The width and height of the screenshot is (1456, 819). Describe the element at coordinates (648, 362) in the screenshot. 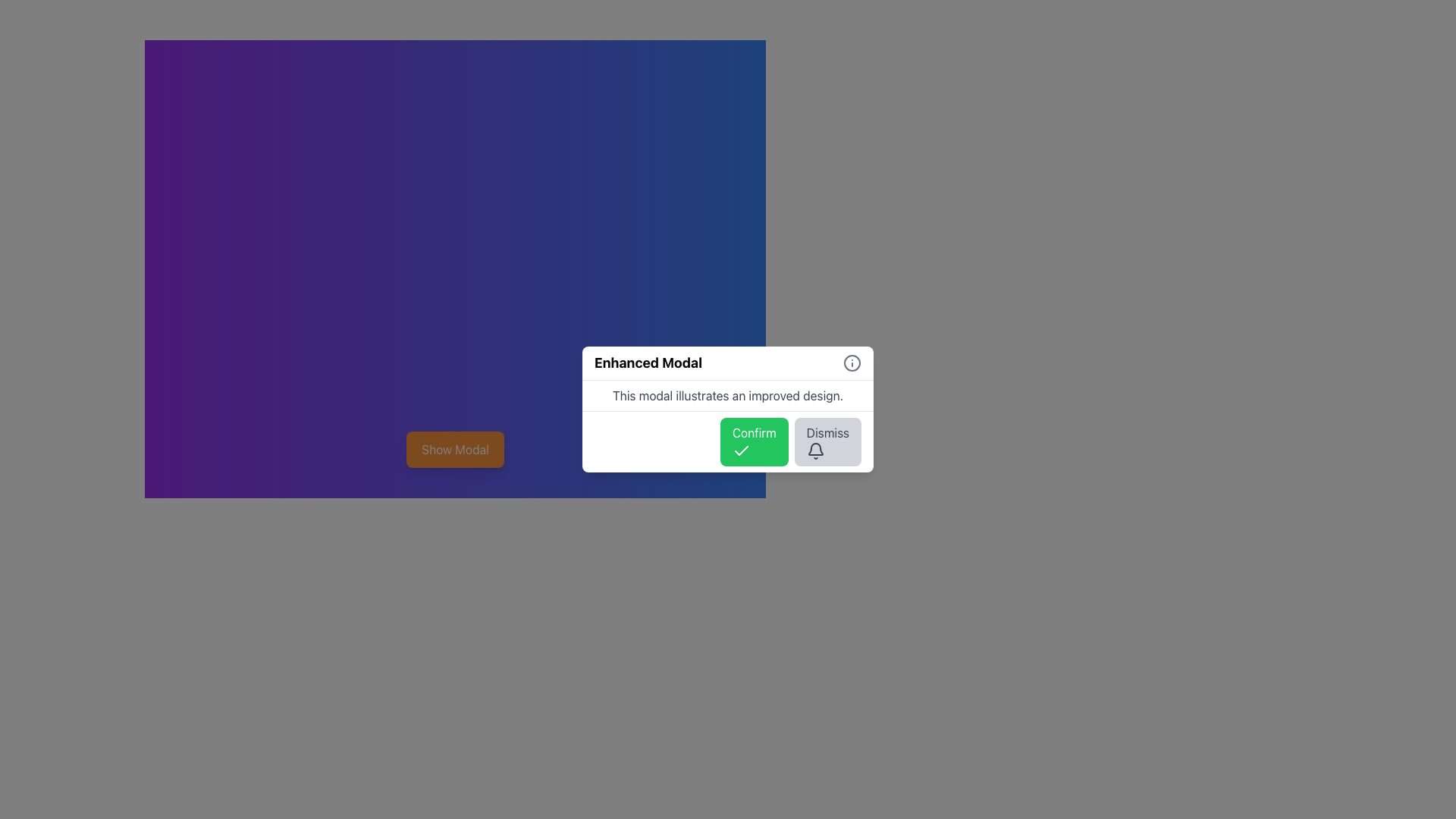

I see `the static text label that serves as the title of the modal dialog, located at the top-left corner of the header section, positioned before interactive elements like the close button` at that location.